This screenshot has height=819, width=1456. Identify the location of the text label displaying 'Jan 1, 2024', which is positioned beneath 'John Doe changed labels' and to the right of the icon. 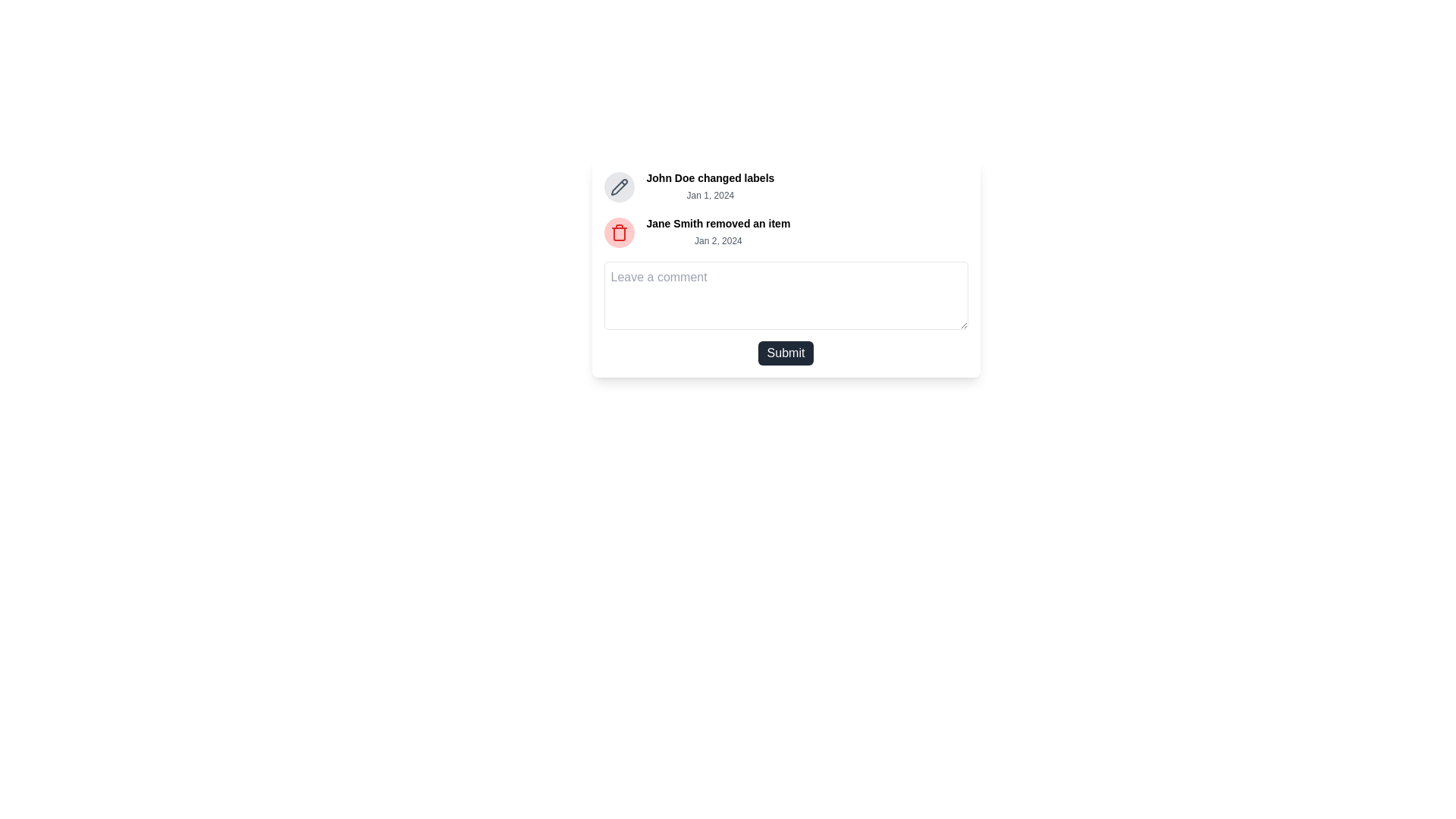
(709, 195).